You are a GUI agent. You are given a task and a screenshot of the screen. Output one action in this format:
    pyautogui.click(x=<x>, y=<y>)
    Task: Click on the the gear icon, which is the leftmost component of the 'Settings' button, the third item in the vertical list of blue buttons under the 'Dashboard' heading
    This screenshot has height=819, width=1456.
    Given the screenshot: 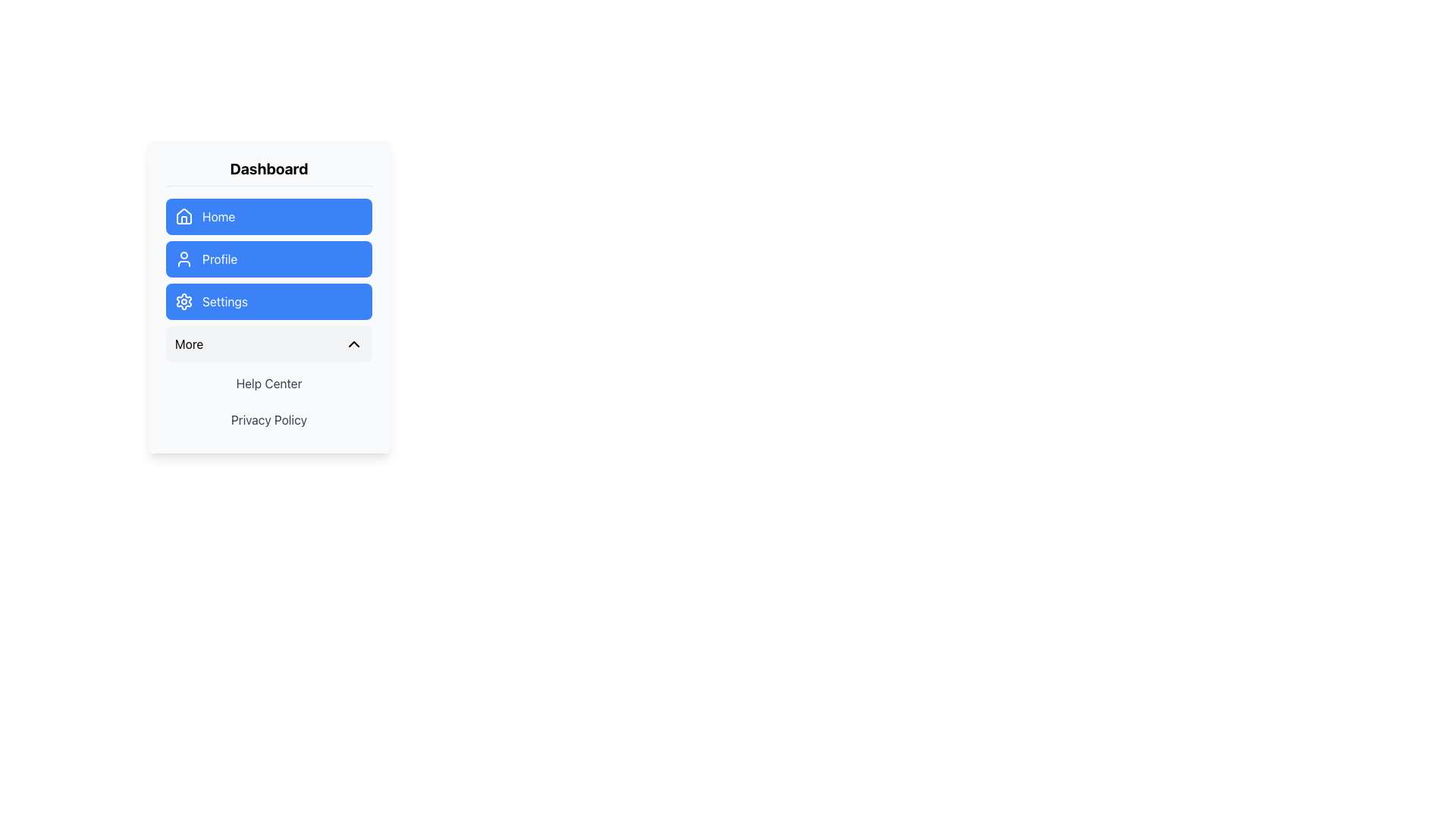 What is the action you would take?
    pyautogui.click(x=184, y=301)
    